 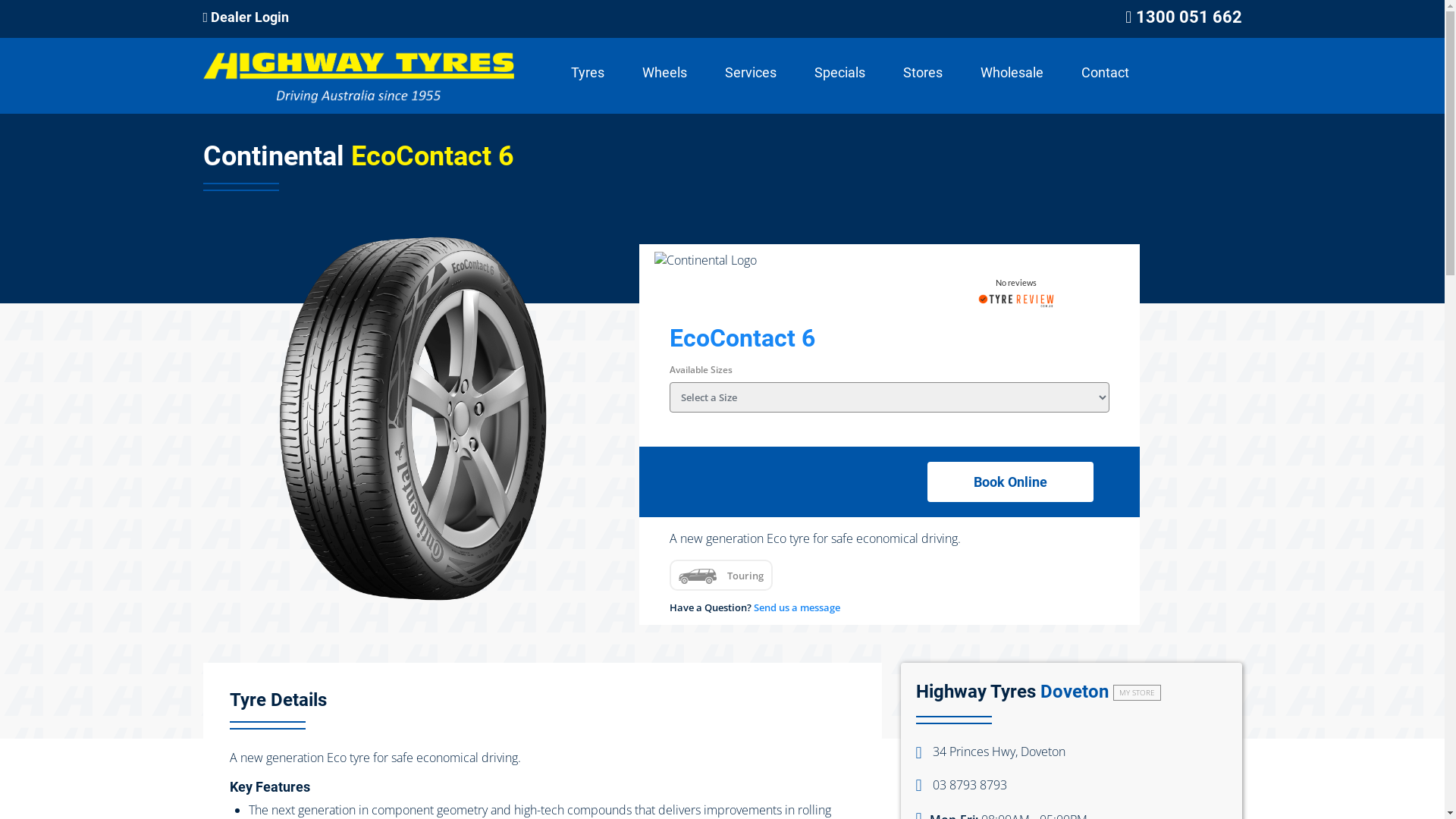 What do you see at coordinates (664, 72) in the screenshot?
I see `'Wheels'` at bounding box center [664, 72].